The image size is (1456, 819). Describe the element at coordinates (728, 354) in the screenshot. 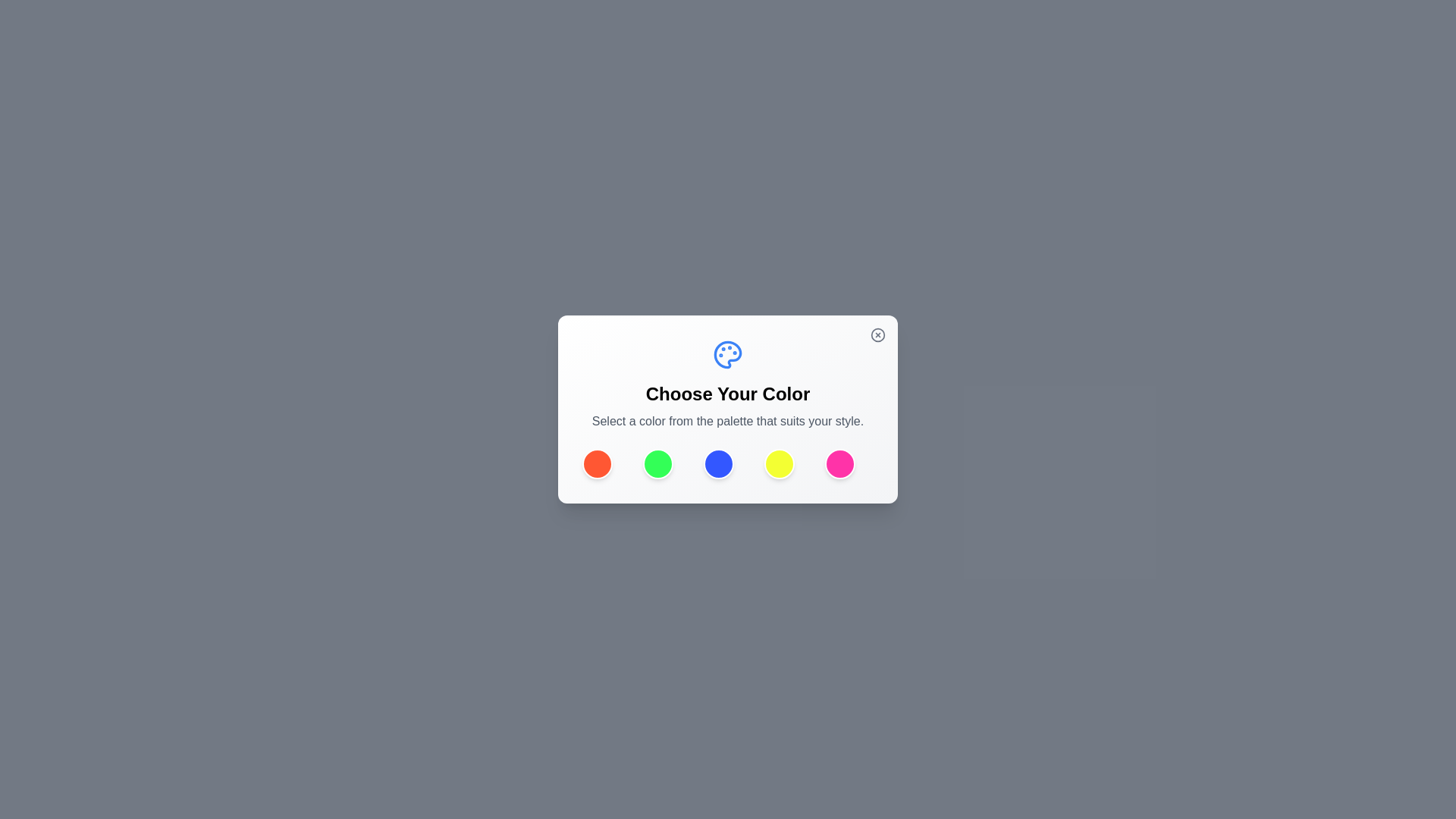

I see `the icon element to observe its aesthetic details` at that location.